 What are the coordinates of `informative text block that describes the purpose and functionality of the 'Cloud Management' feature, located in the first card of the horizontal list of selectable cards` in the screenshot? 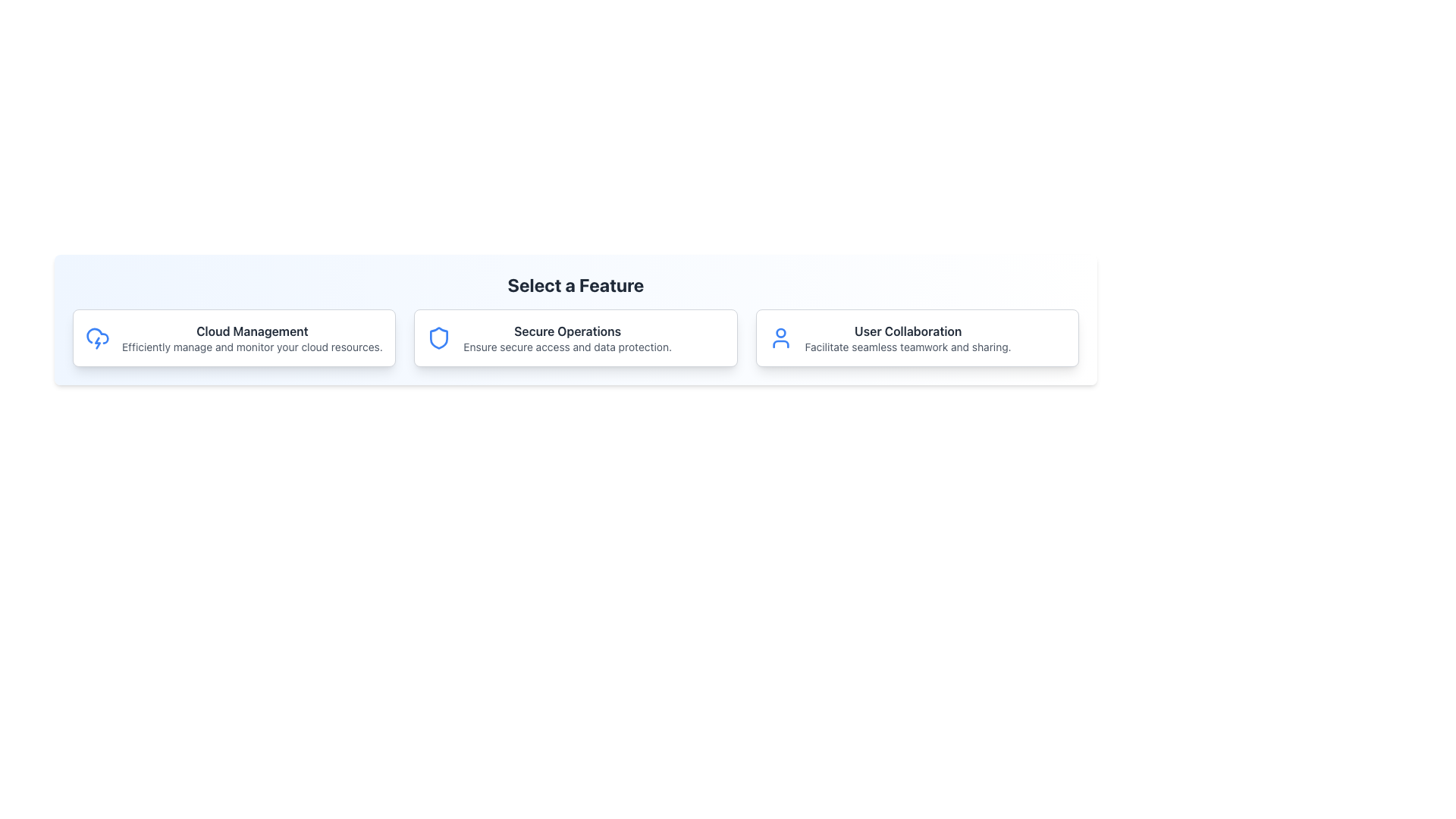 It's located at (252, 337).